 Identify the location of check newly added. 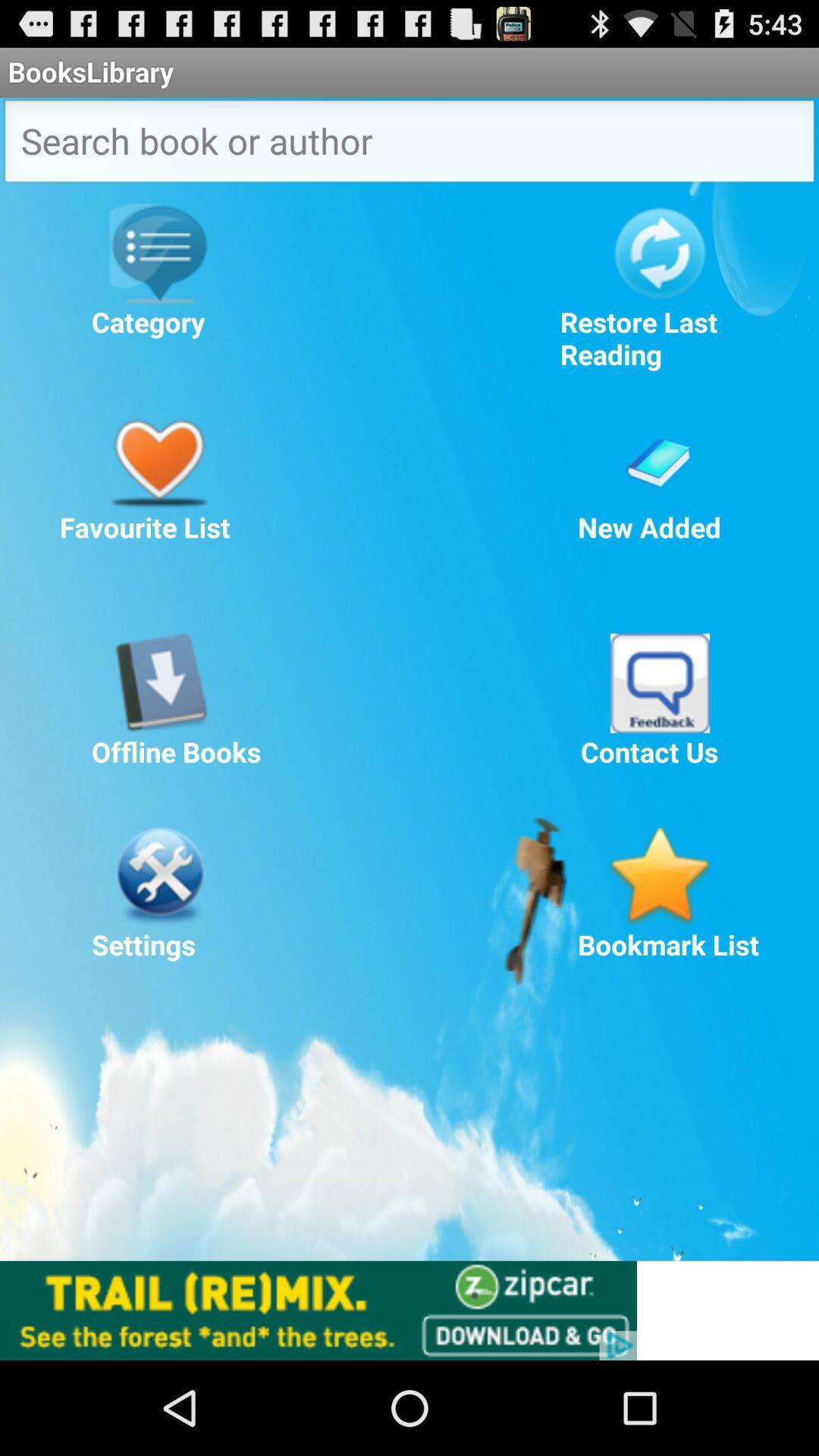
(659, 457).